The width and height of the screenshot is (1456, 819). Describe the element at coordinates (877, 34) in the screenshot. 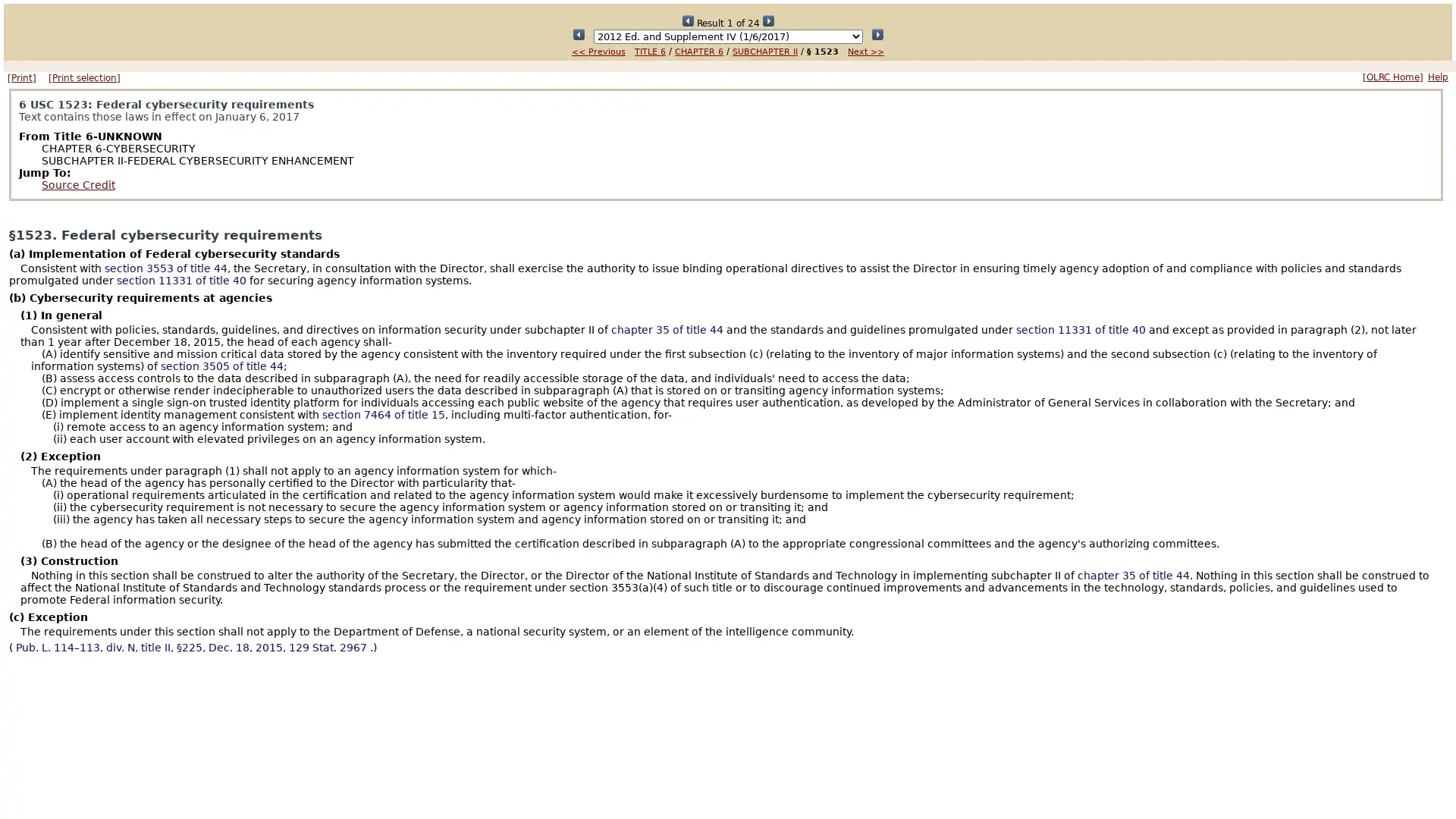

I see `Submit` at that location.